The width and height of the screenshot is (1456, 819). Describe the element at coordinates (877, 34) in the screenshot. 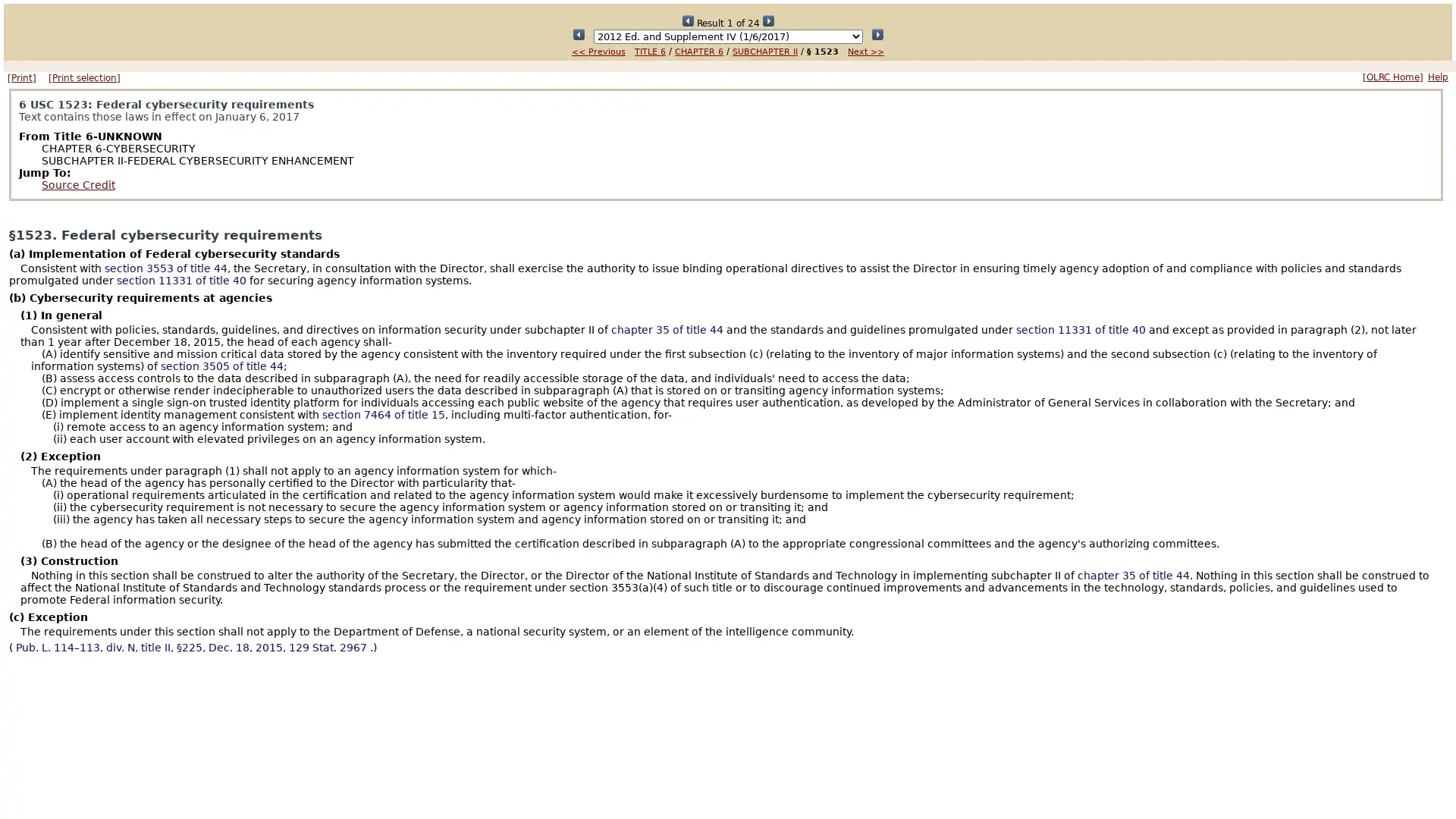

I see `Submit` at that location.